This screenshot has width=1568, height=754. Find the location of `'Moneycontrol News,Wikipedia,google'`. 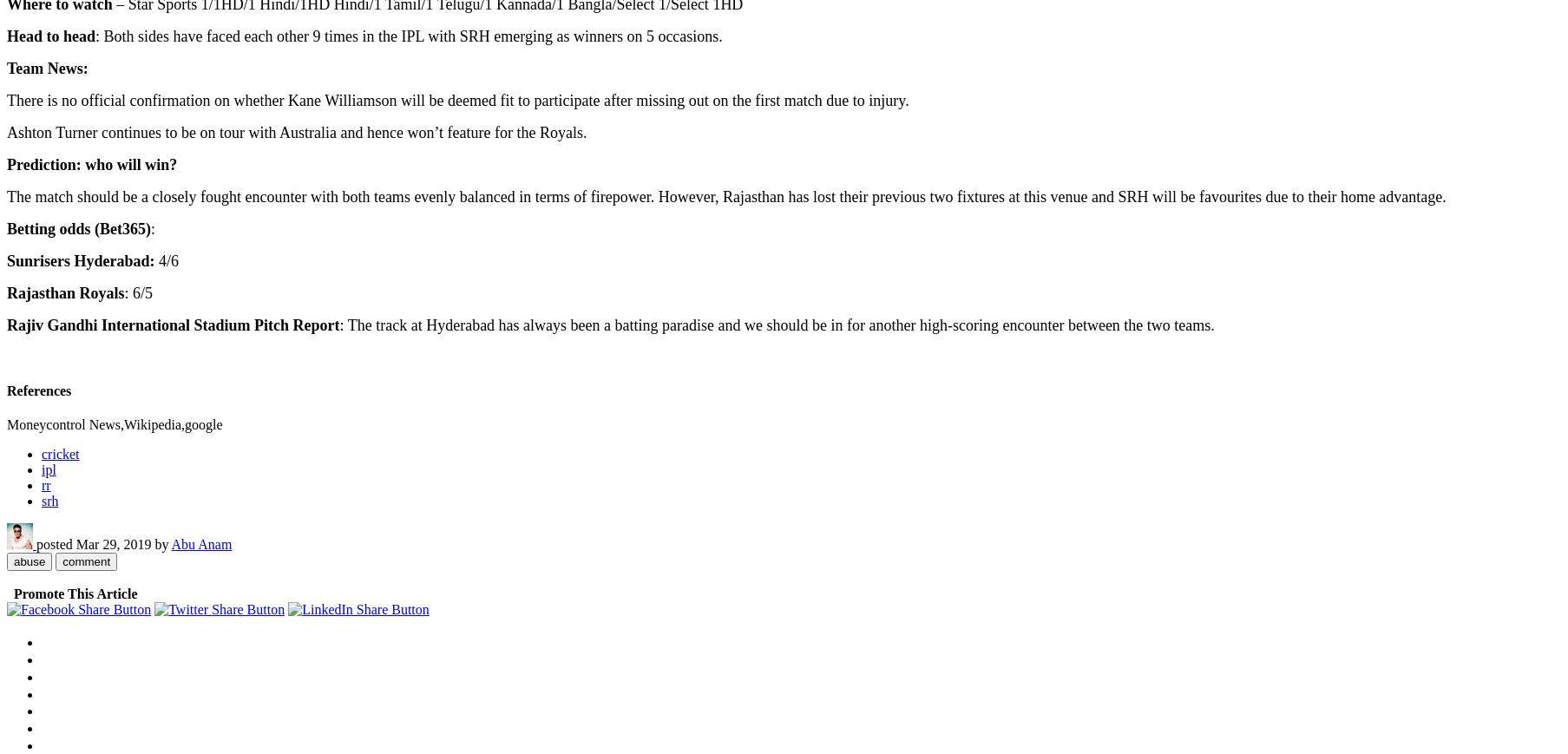

'Moneycontrol News,Wikipedia,google' is located at coordinates (6, 423).